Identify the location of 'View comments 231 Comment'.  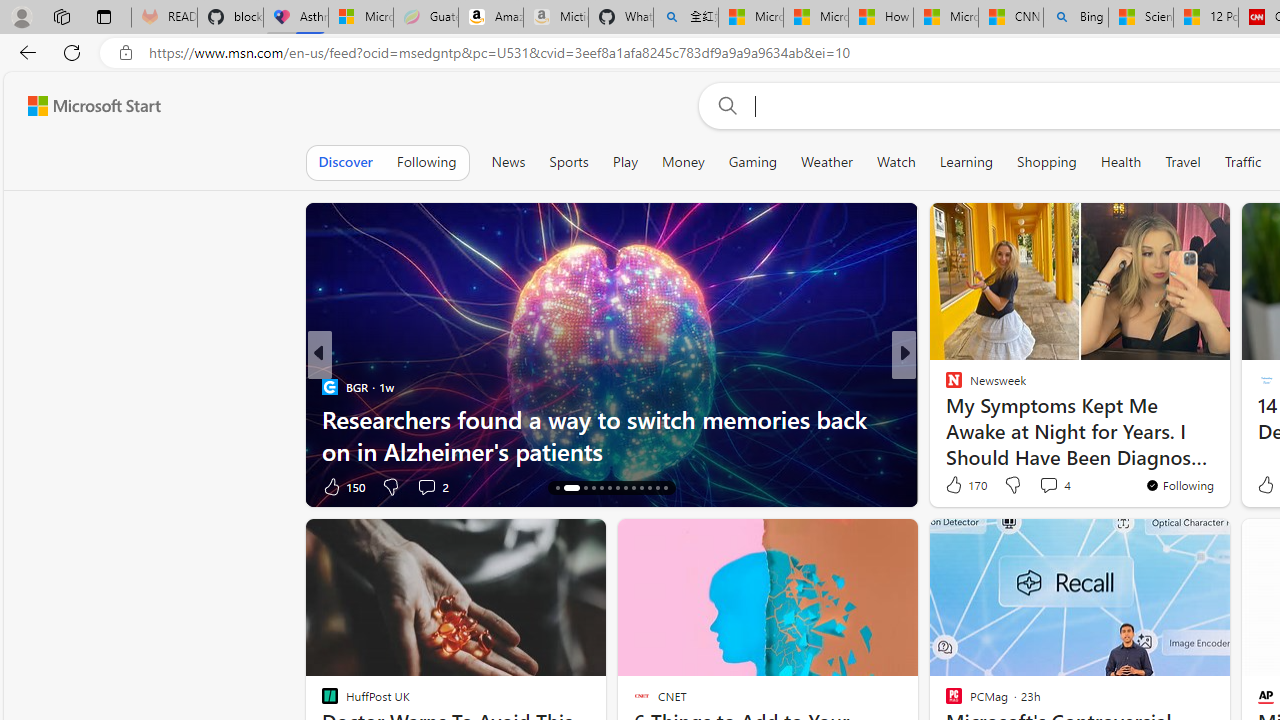
(1047, 486).